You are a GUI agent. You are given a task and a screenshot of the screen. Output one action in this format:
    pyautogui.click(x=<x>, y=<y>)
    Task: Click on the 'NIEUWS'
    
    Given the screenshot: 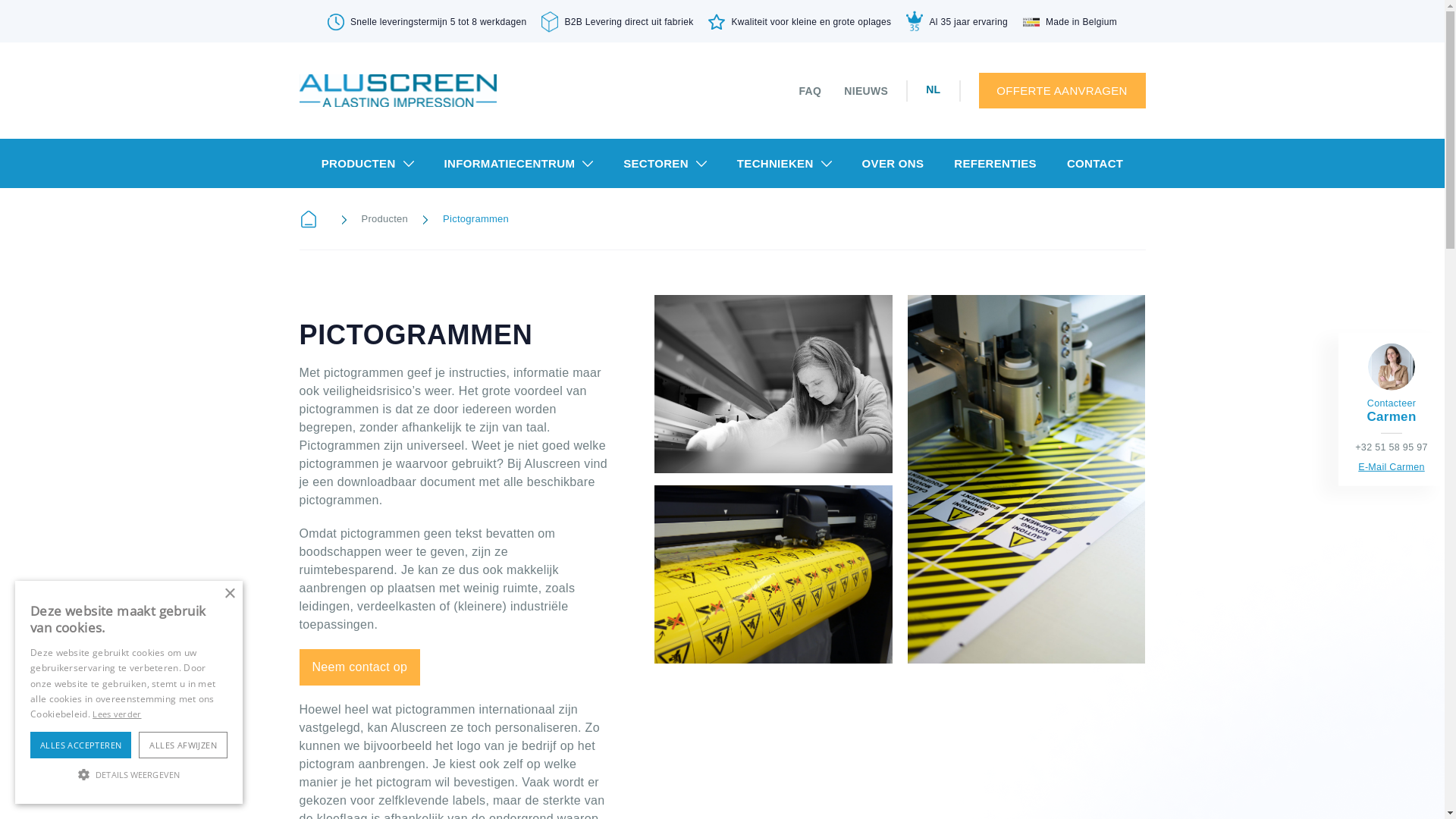 What is the action you would take?
    pyautogui.click(x=866, y=90)
    